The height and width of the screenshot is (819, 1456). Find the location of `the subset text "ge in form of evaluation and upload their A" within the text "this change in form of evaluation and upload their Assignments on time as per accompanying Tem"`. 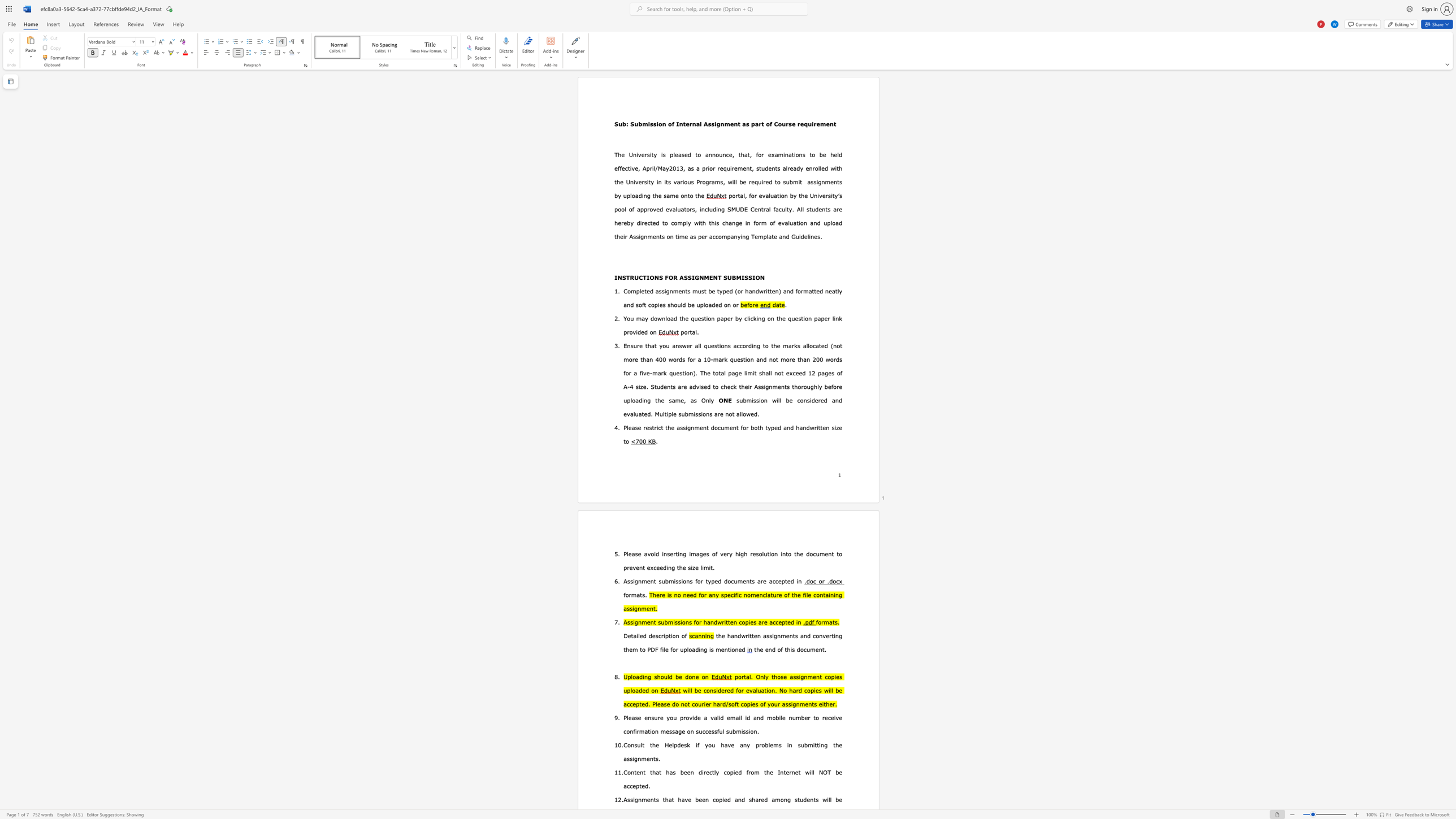

the subset text "ge in form of evaluation and upload their A" within the text "this change in form of evaluation and upload their Assignments on time as per accompanying Tem" is located at coordinates (735, 223).